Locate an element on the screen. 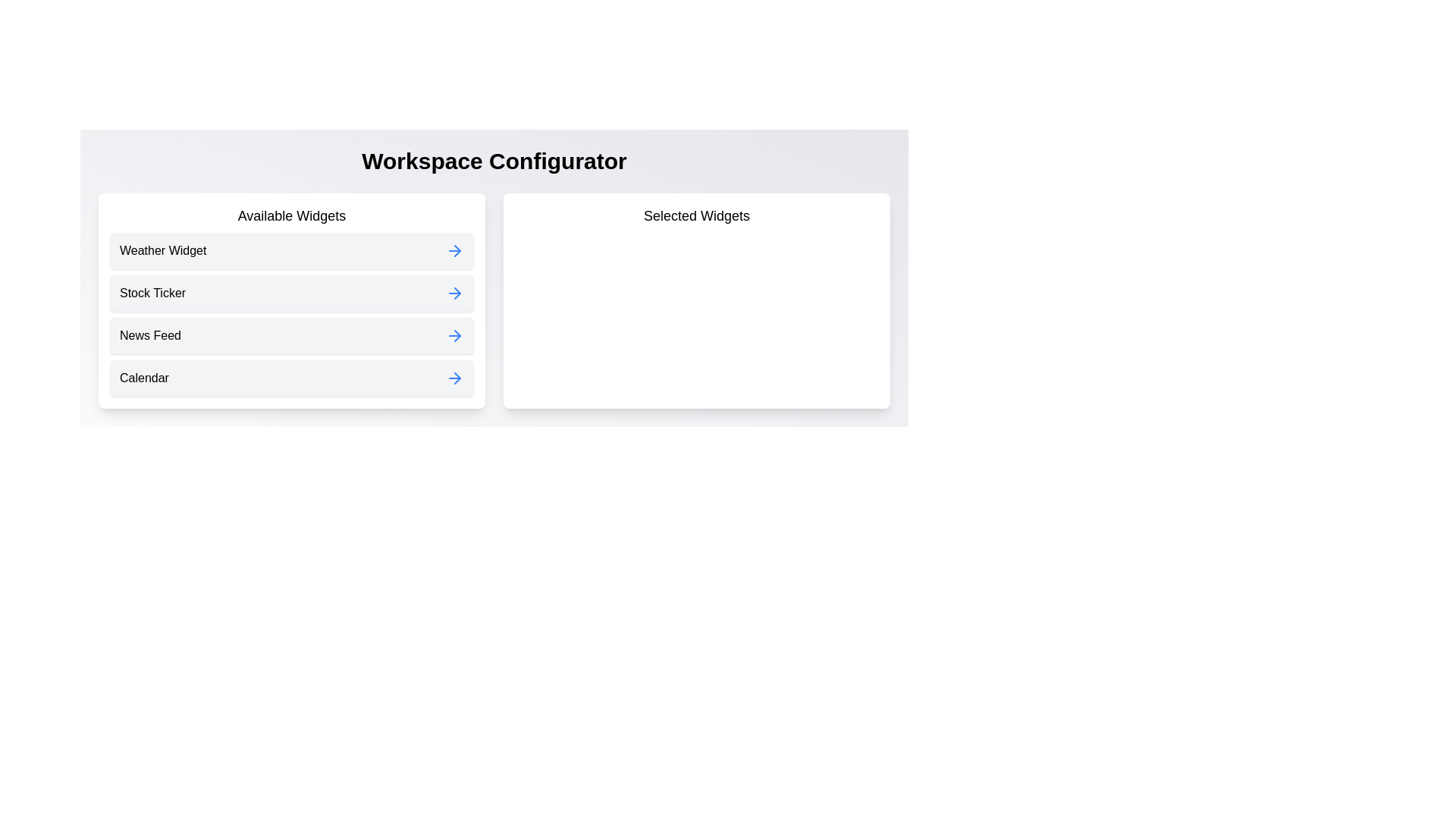 This screenshot has height=819, width=1456. the widget Weather Widget from the available list by clicking its corresponding arrow is located at coordinates (454, 250).